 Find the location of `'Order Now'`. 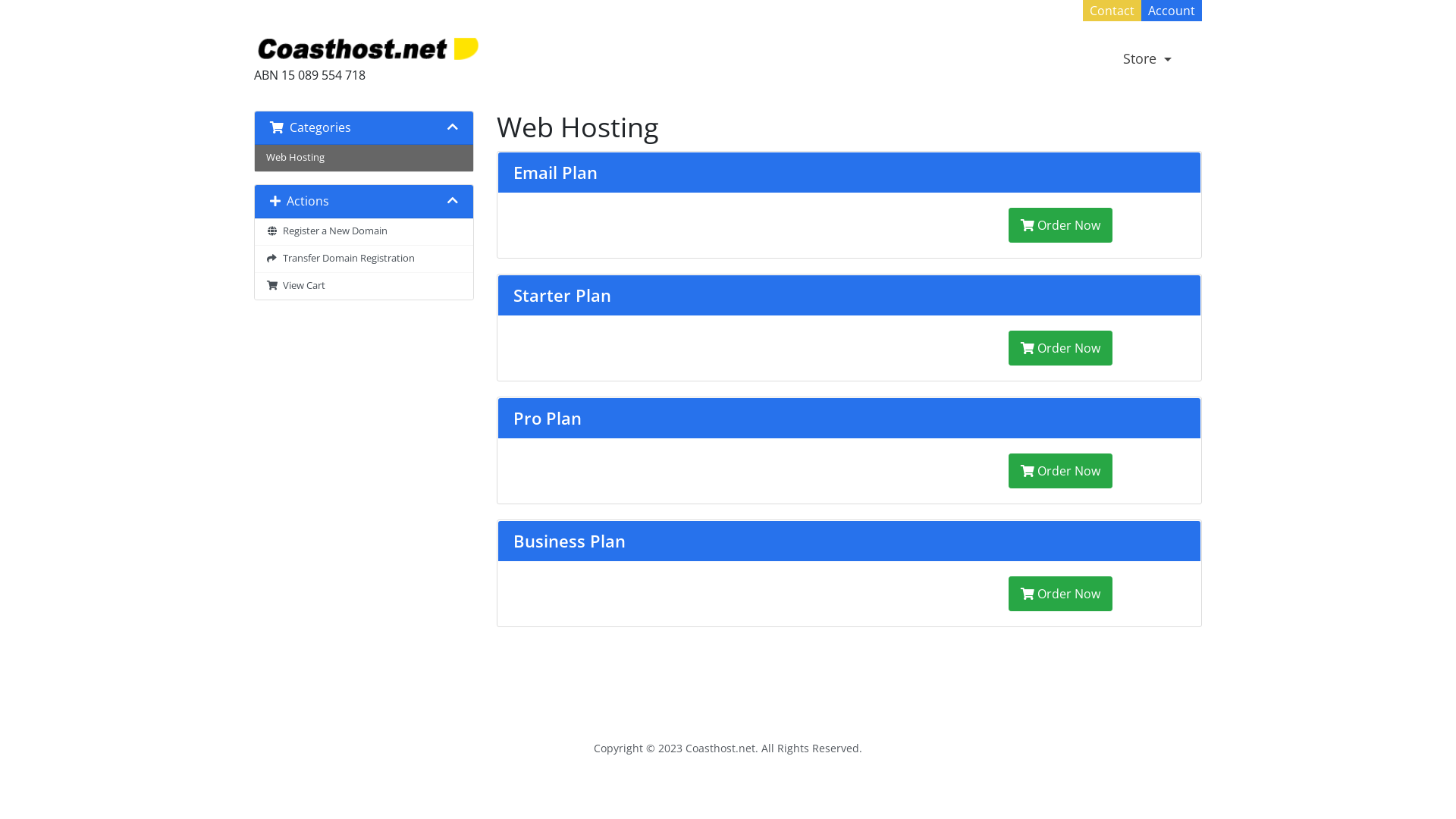

'Order Now' is located at coordinates (1059, 470).